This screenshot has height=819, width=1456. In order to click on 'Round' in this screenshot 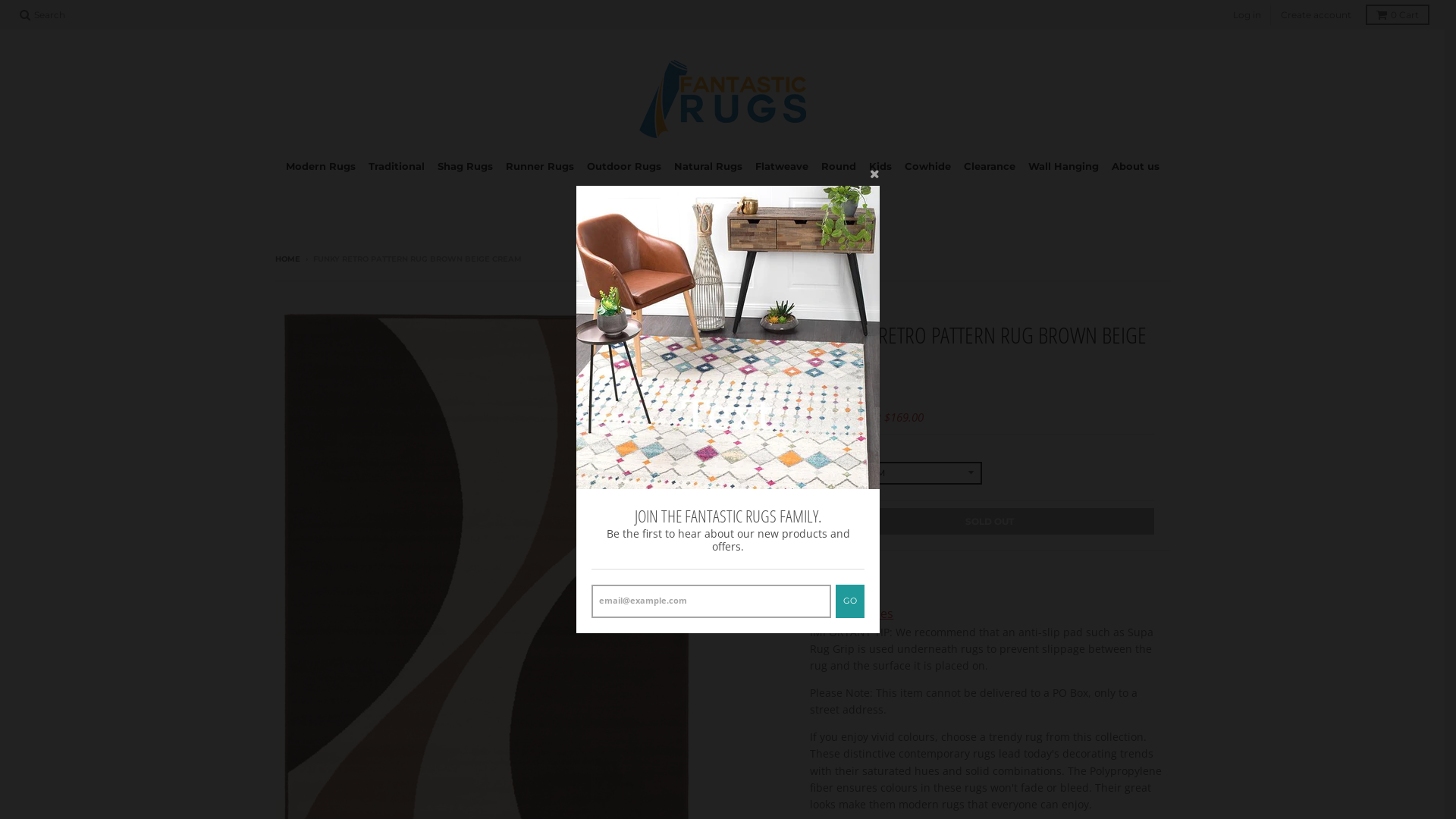, I will do `click(837, 166)`.